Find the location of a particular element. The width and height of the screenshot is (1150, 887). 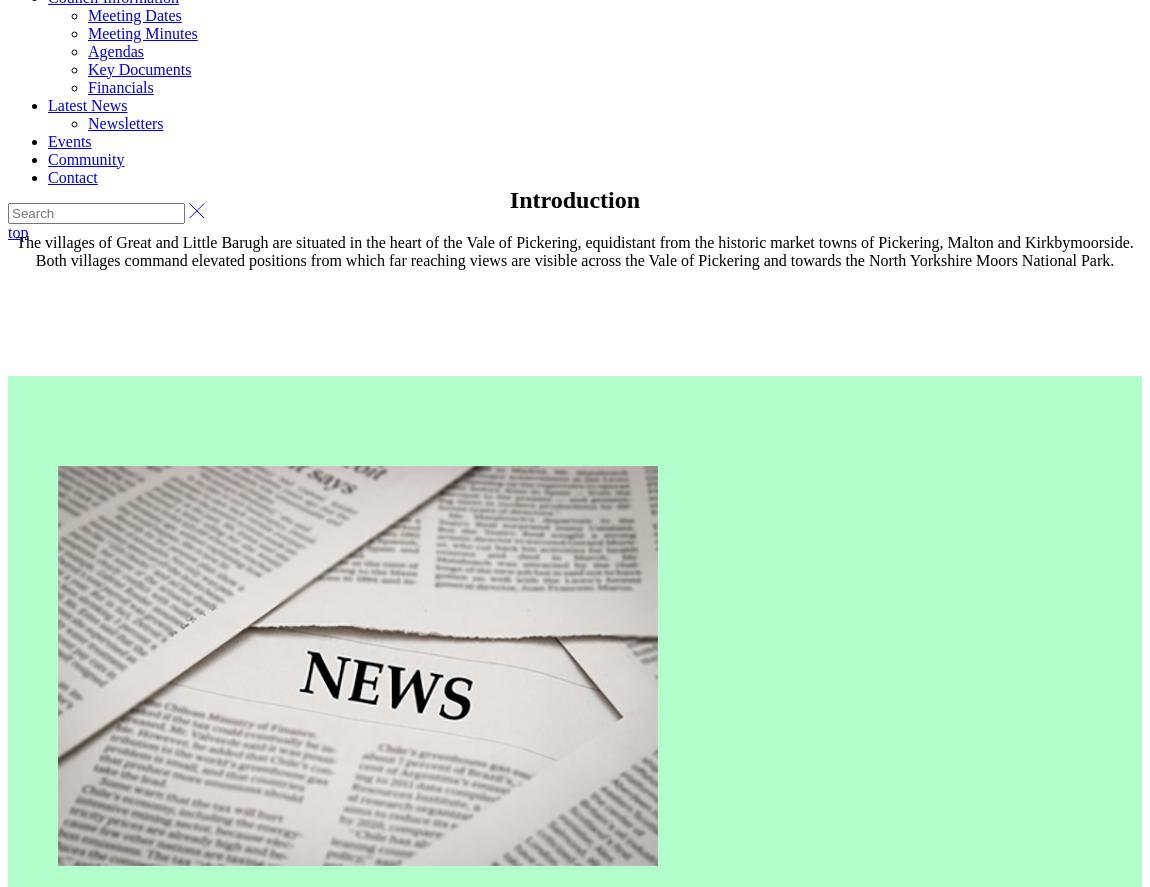

'Financials' is located at coordinates (119, 85).